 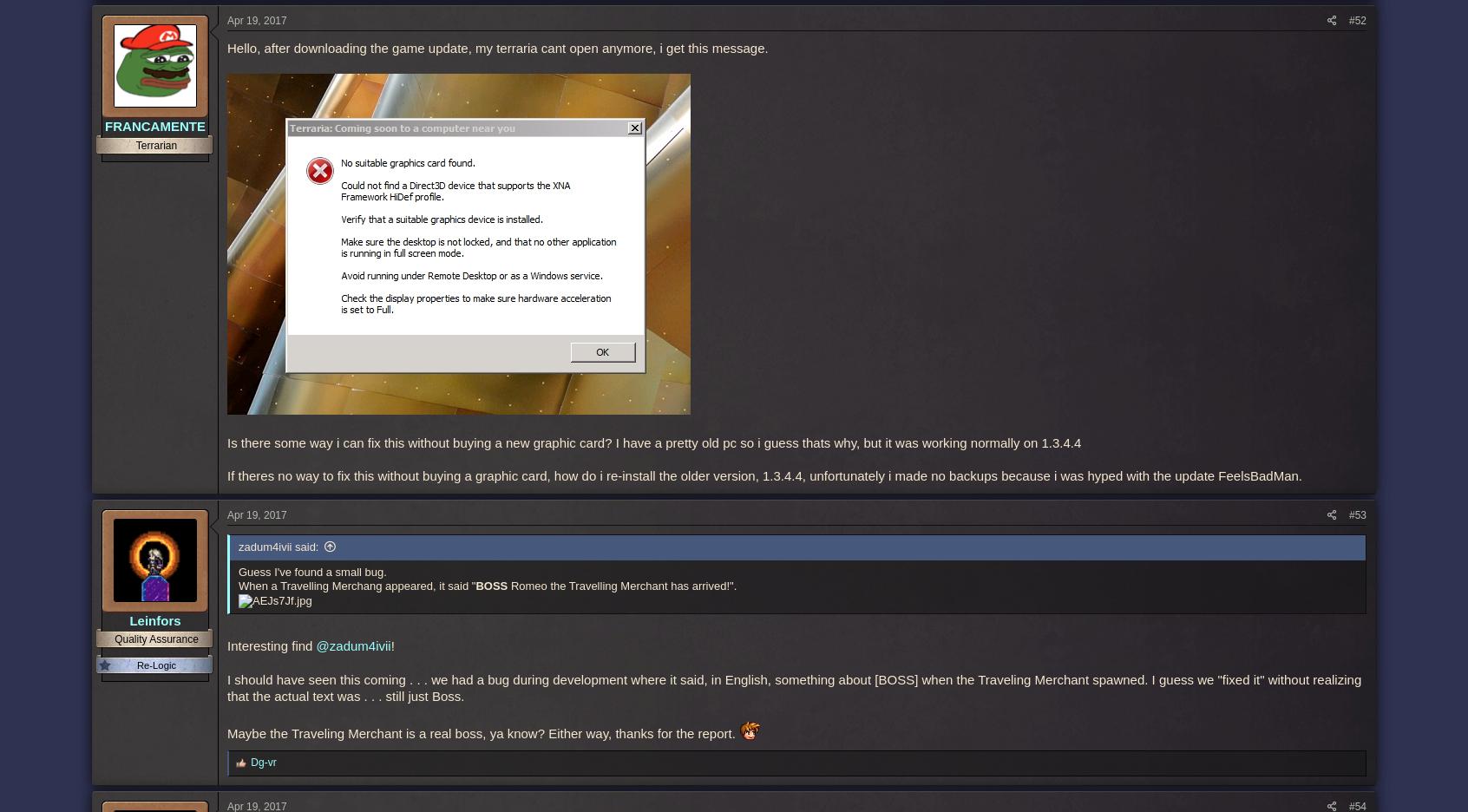 What do you see at coordinates (271, 645) in the screenshot?
I see `'Interesting find'` at bounding box center [271, 645].